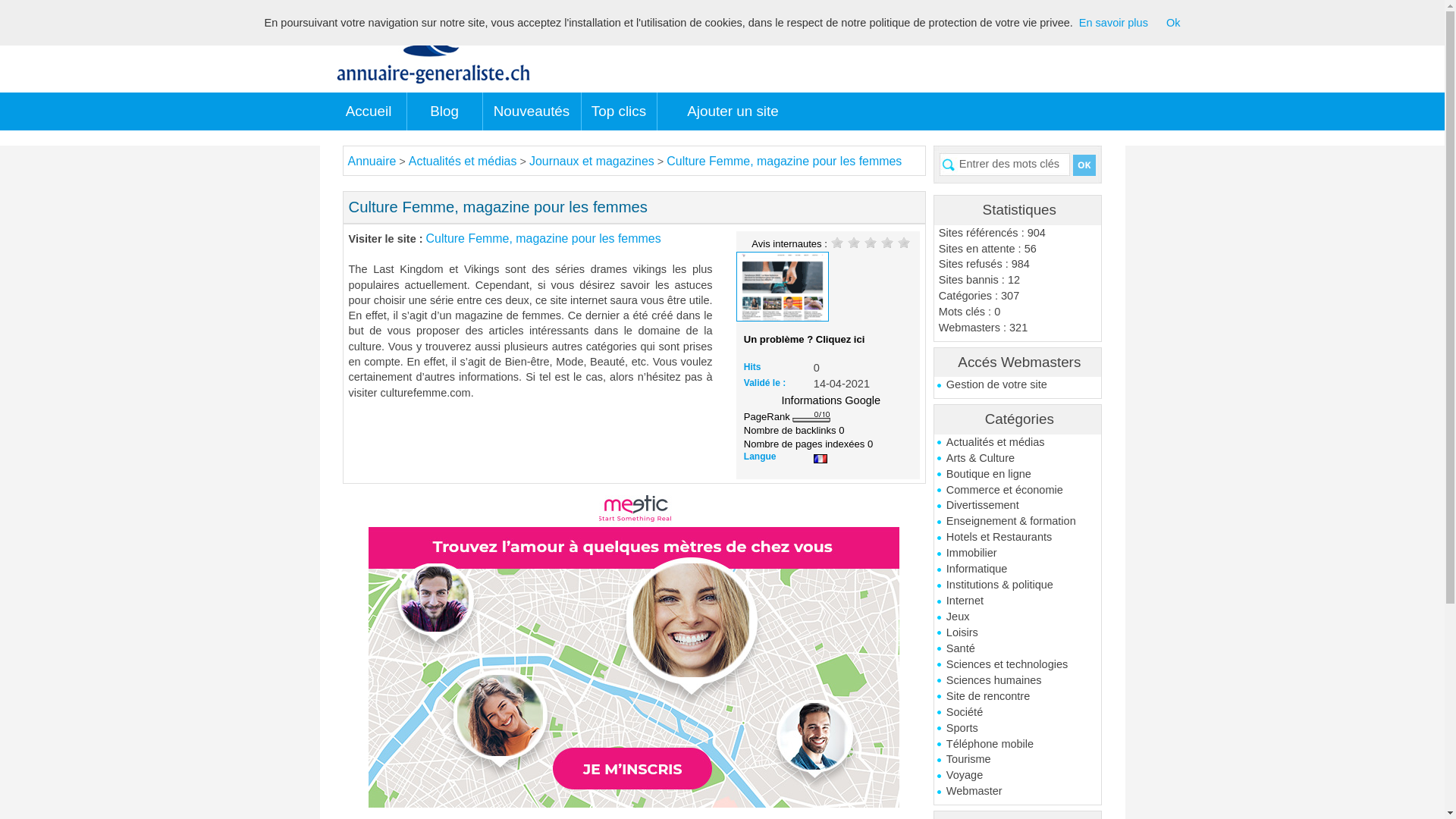  Describe the element at coordinates (836, 241) in the screenshot. I see `'1'` at that location.